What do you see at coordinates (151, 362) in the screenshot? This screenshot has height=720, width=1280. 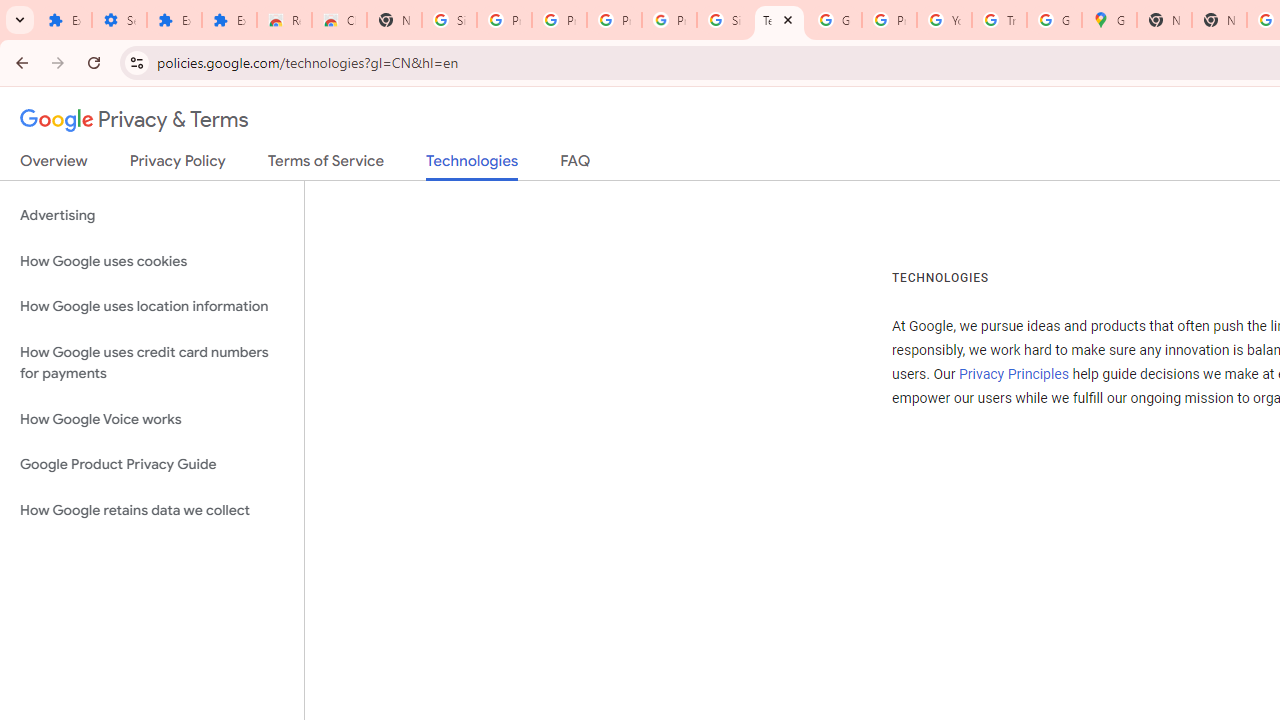 I see `'How Google uses credit card numbers for payments'` at bounding box center [151, 362].